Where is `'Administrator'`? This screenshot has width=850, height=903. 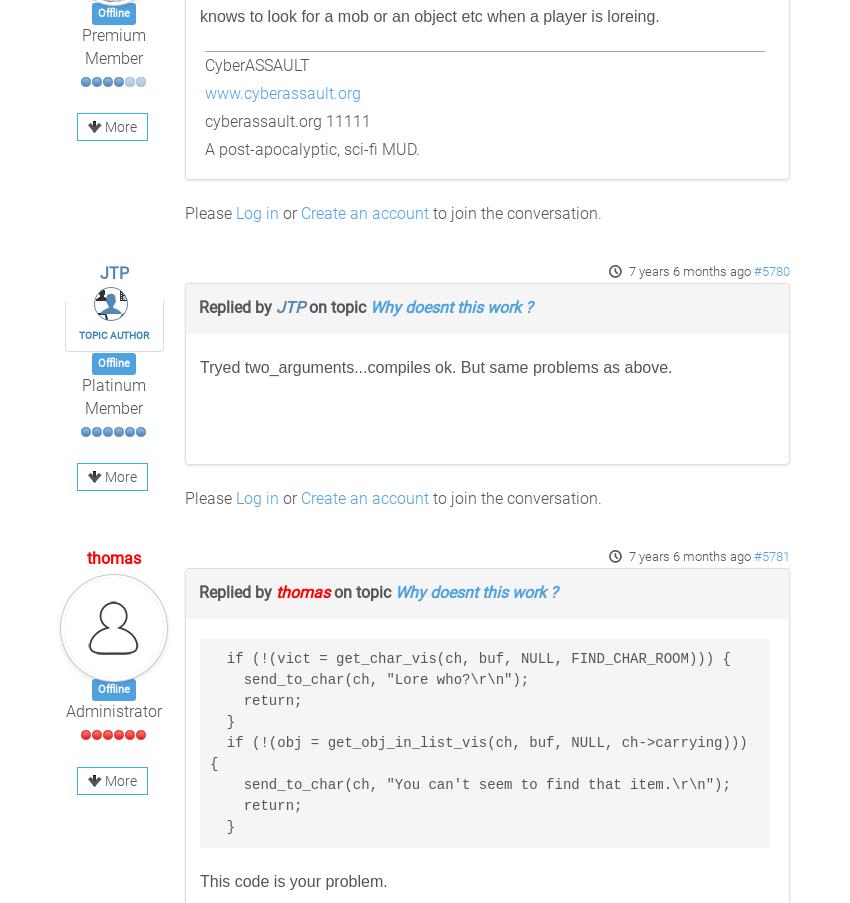
'Administrator' is located at coordinates (112, 711).